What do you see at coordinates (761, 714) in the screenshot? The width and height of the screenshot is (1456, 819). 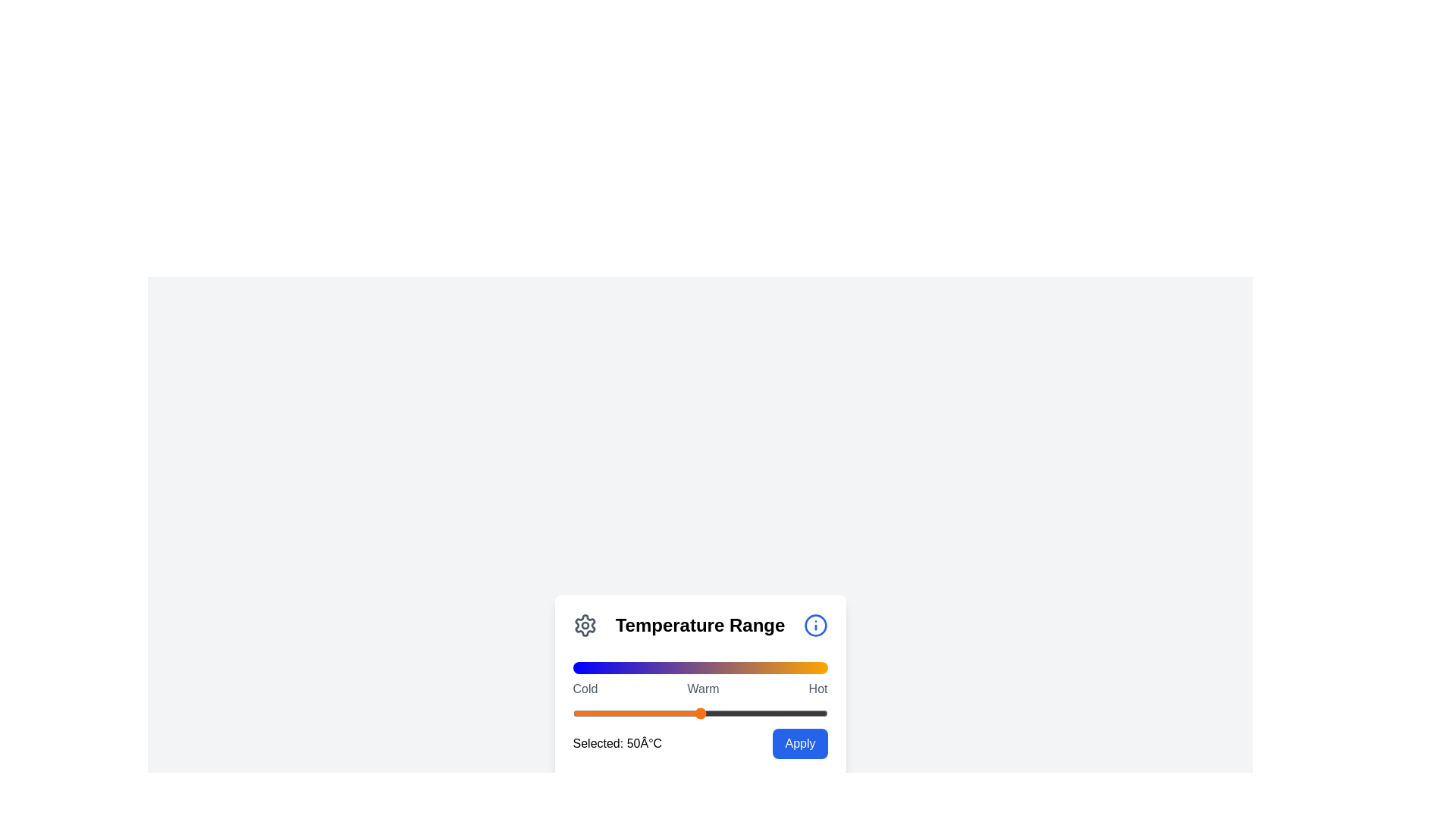 I see `the slider to set the temperature value to 74` at bounding box center [761, 714].